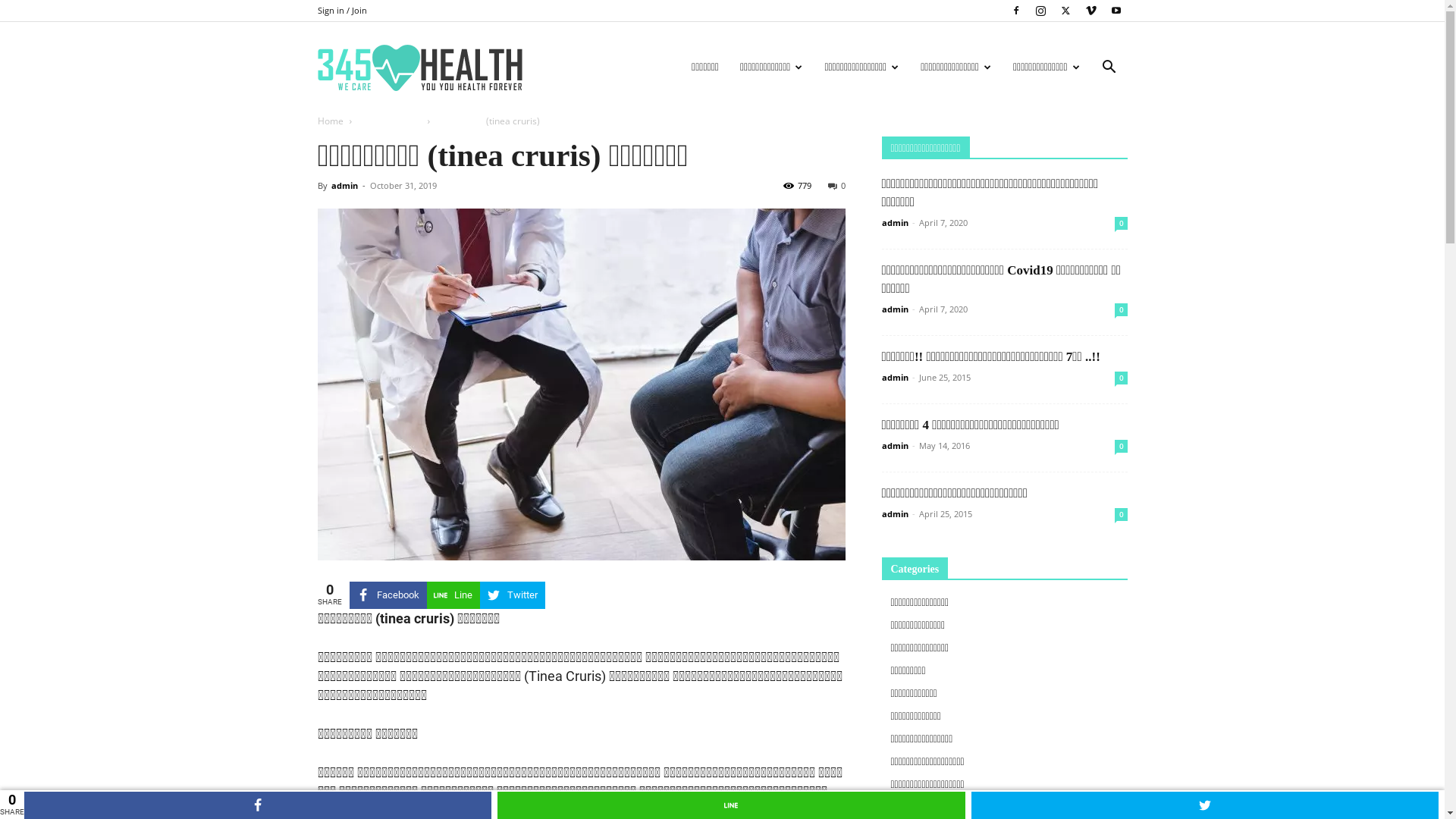 Image resolution: width=1456 pixels, height=819 pixels. I want to click on 'Vimeo', so click(1090, 11).